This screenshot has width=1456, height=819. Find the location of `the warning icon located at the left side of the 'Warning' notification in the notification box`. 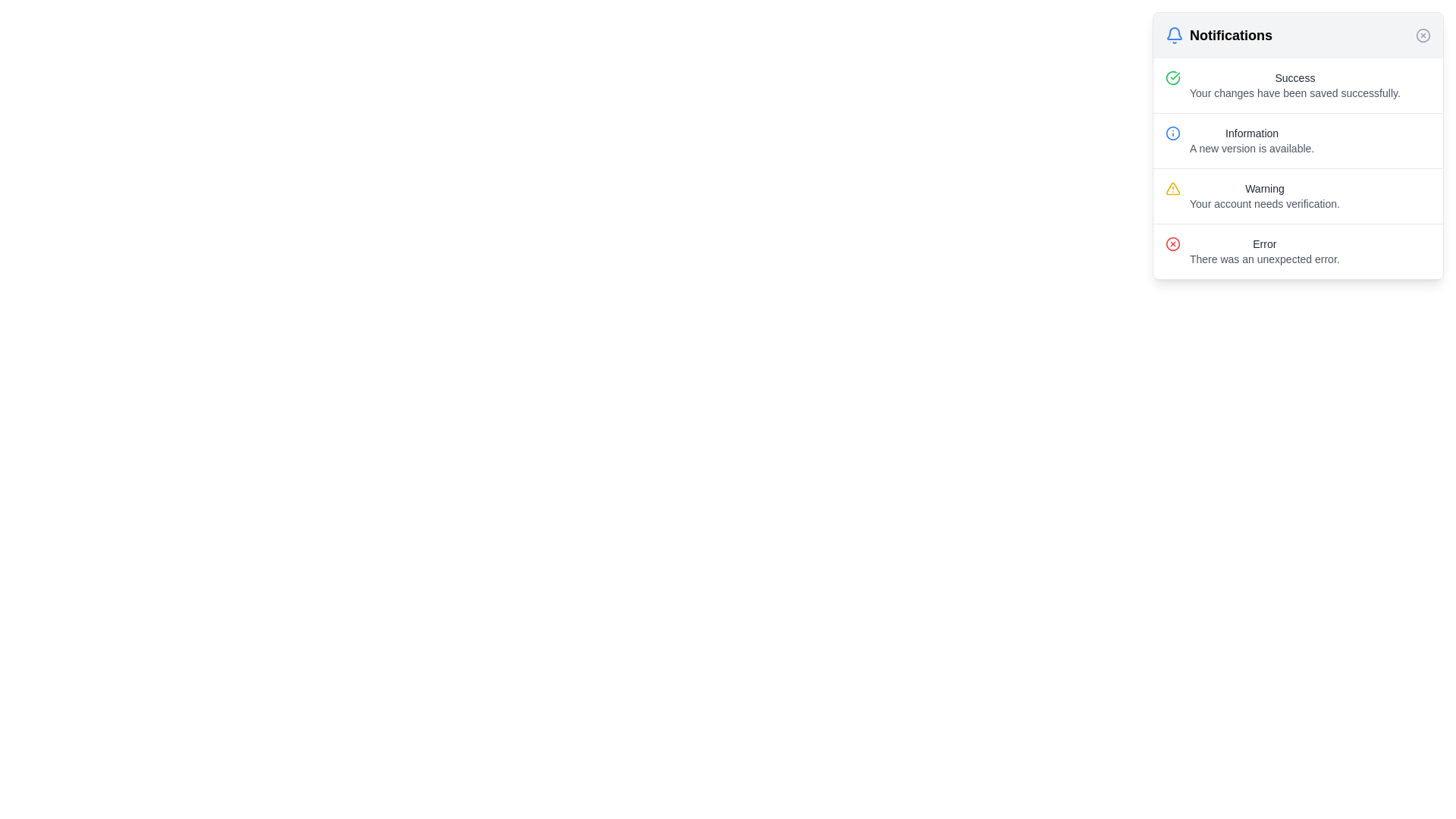

the warning icon located at the left side of the 'Warning' notification in the notification box is located at coordinates (1172, 188).